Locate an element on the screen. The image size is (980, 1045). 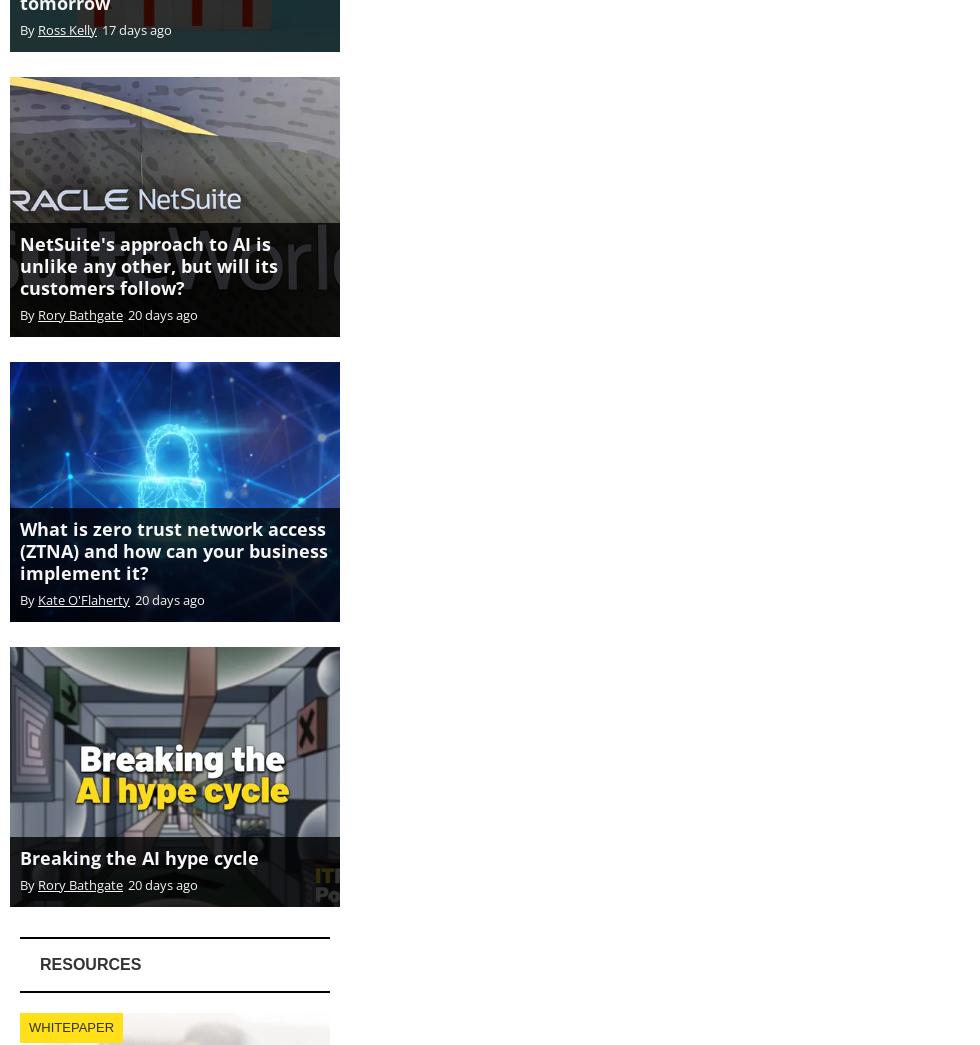
'What is zero trust network access (ZTNA) and how can your business implement it?' is located at coordinates (174, 530).